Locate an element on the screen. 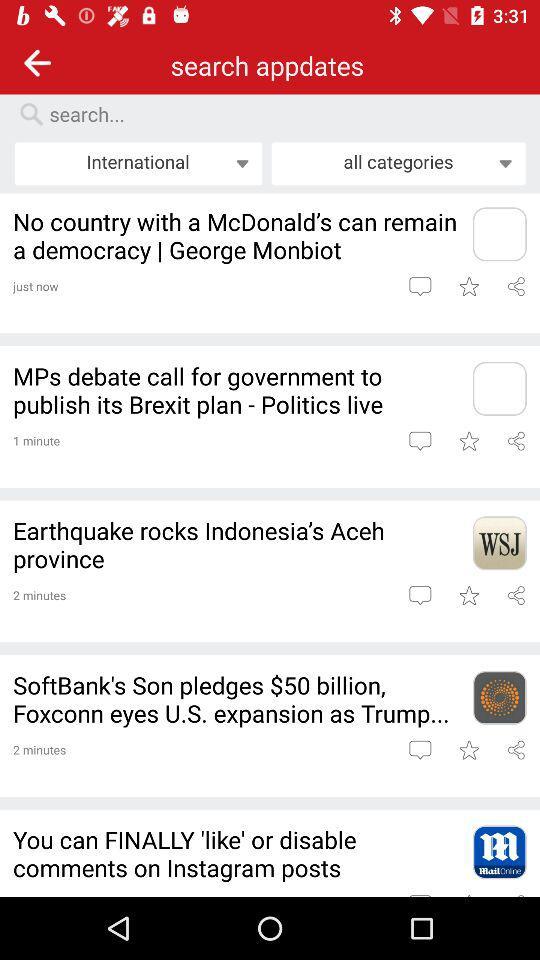  icon above international is located at coordinates (278, 114).